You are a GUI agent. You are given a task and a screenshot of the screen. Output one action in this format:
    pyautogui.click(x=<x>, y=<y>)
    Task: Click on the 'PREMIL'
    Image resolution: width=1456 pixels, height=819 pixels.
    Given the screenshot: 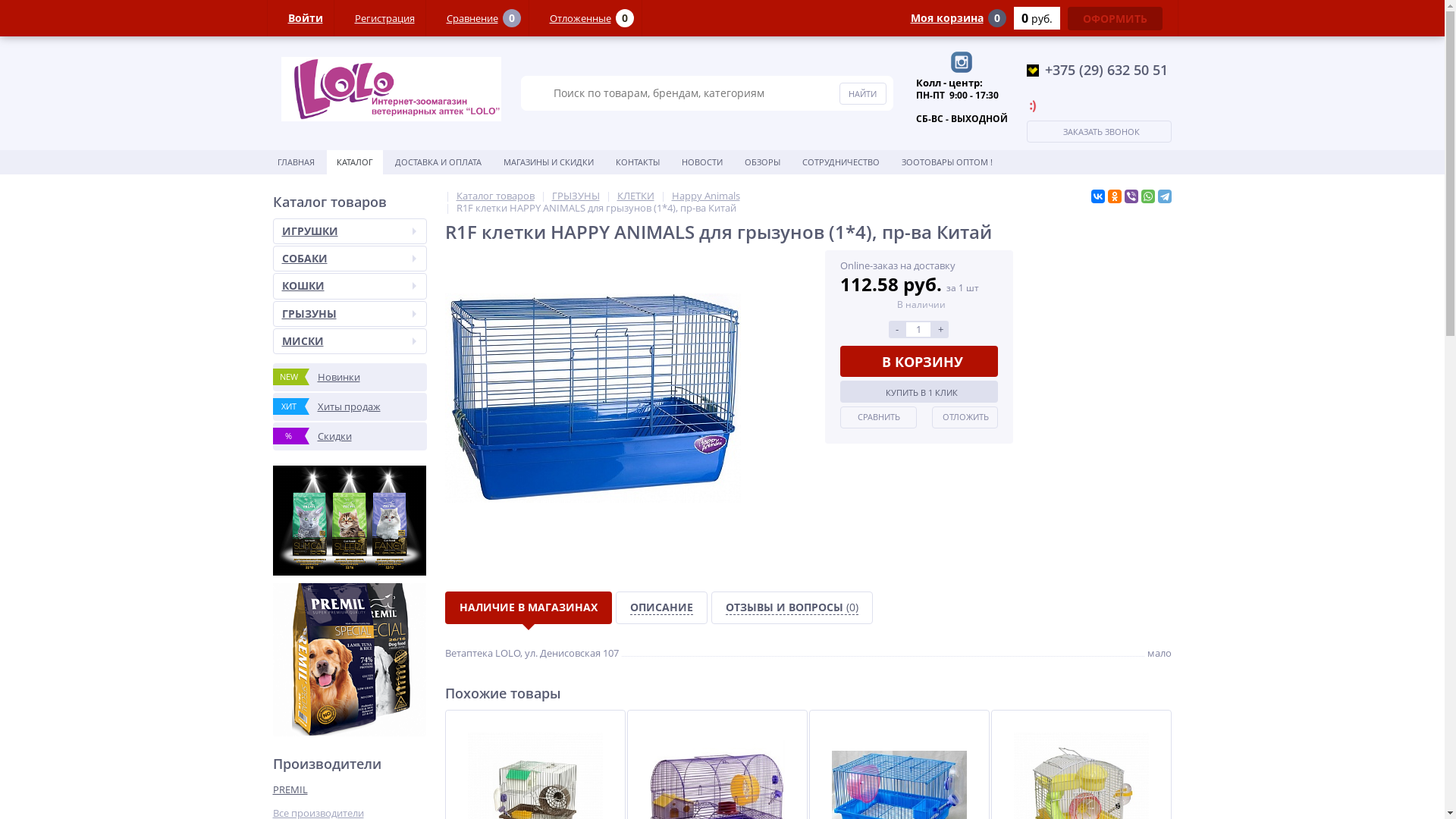 What is the action you would take?
    pyautogui.click(x=311, y=789)
    